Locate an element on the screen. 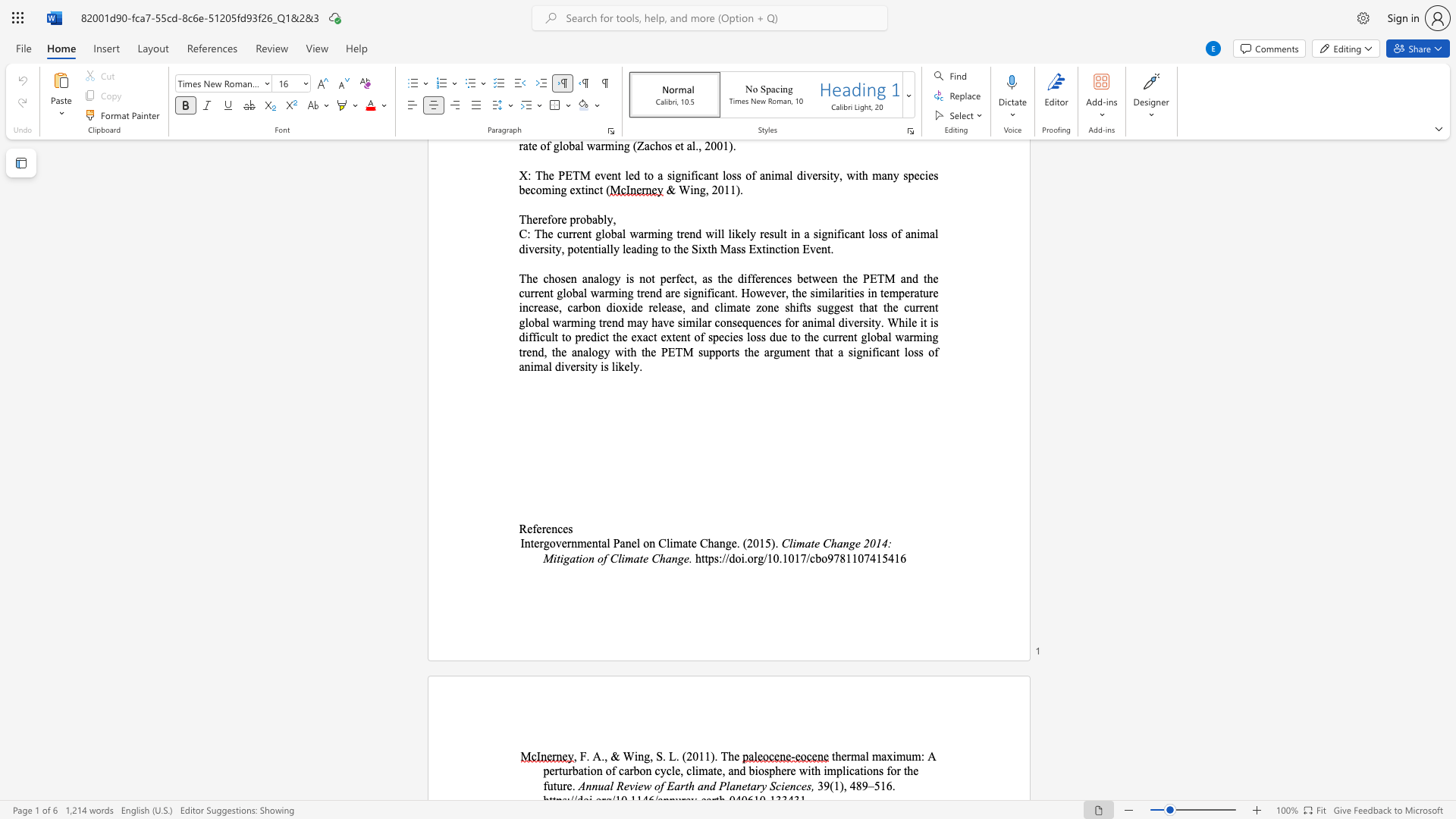 The width and height of the screenshot is (1456, 819). the subset text "Wing, S. L. (2011" within the text ", F. A., & Wing, S. L. (2011). The" is located at coordinates (623, 756).